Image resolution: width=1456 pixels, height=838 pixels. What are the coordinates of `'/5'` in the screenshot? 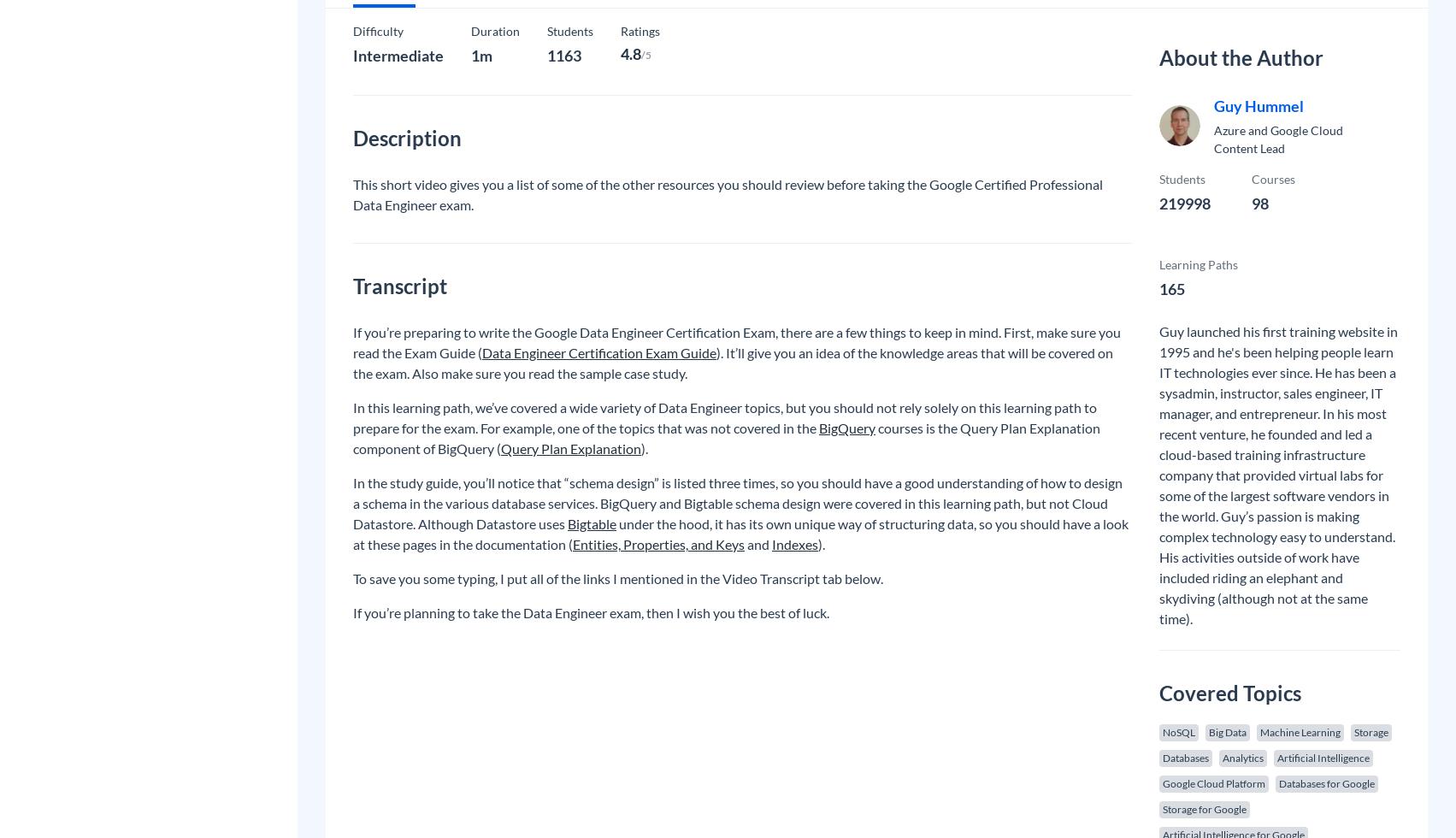 It's located at (641, 55).